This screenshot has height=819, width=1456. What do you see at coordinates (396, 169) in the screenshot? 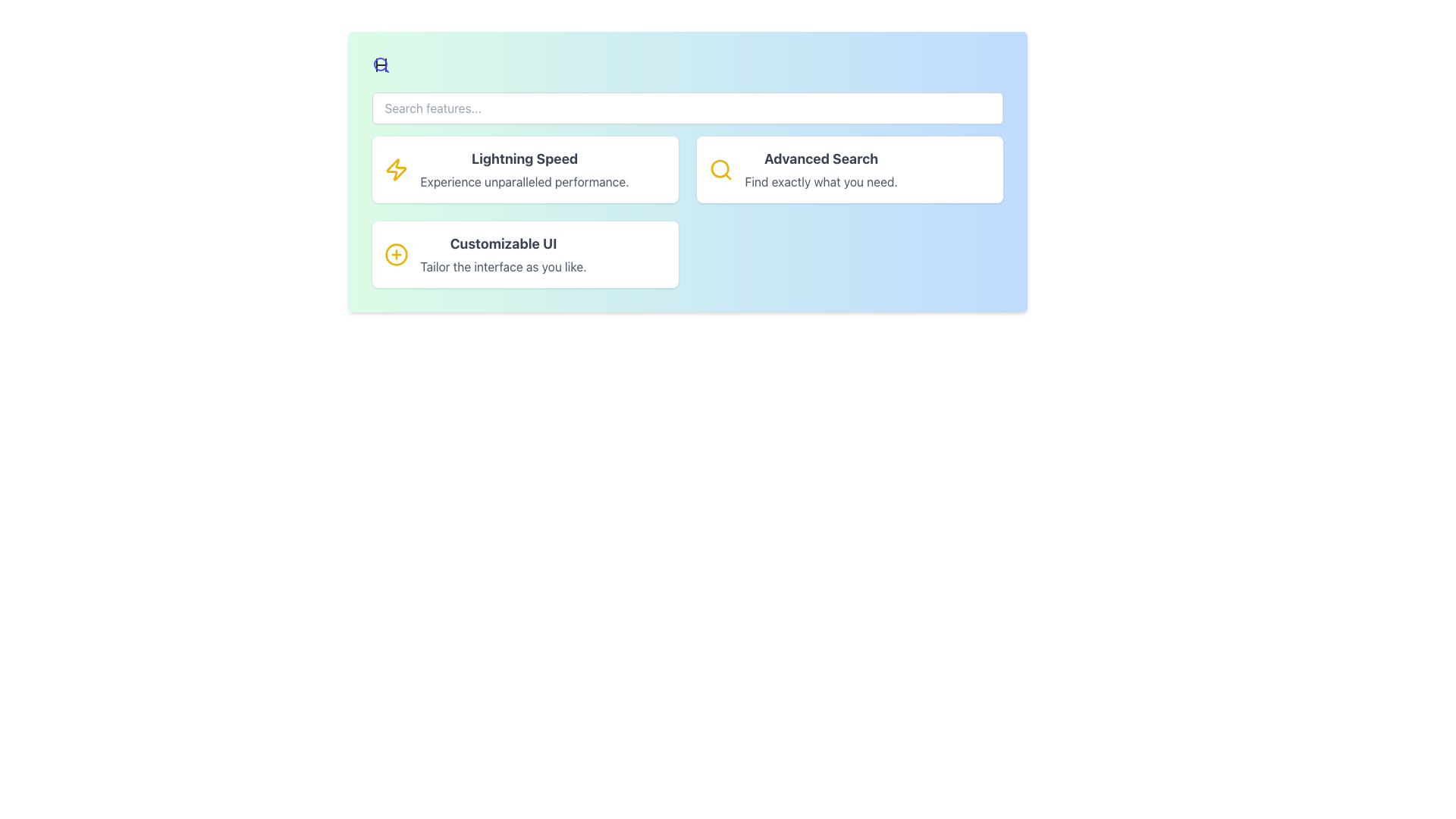
I see `the 'Lightning Speed' icon located in the left portion above the text` at bounding box center [396, 169].